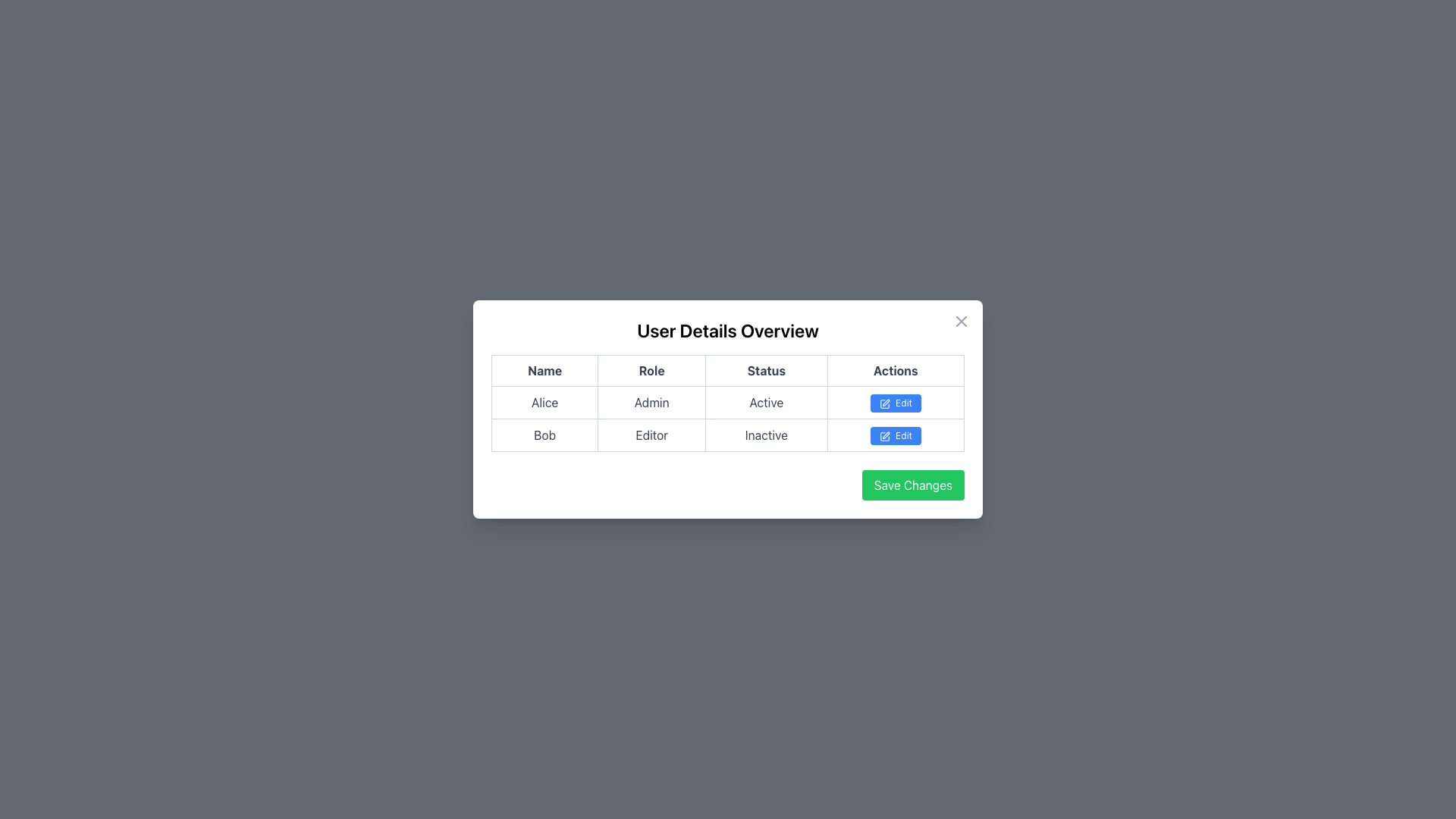  Describe the element at coordinates (544, 435) in the screenshot. I see `the Text Display element that shows the user's name 'Bob' in the User Details Overview table, located in the second row, first column` at that location.